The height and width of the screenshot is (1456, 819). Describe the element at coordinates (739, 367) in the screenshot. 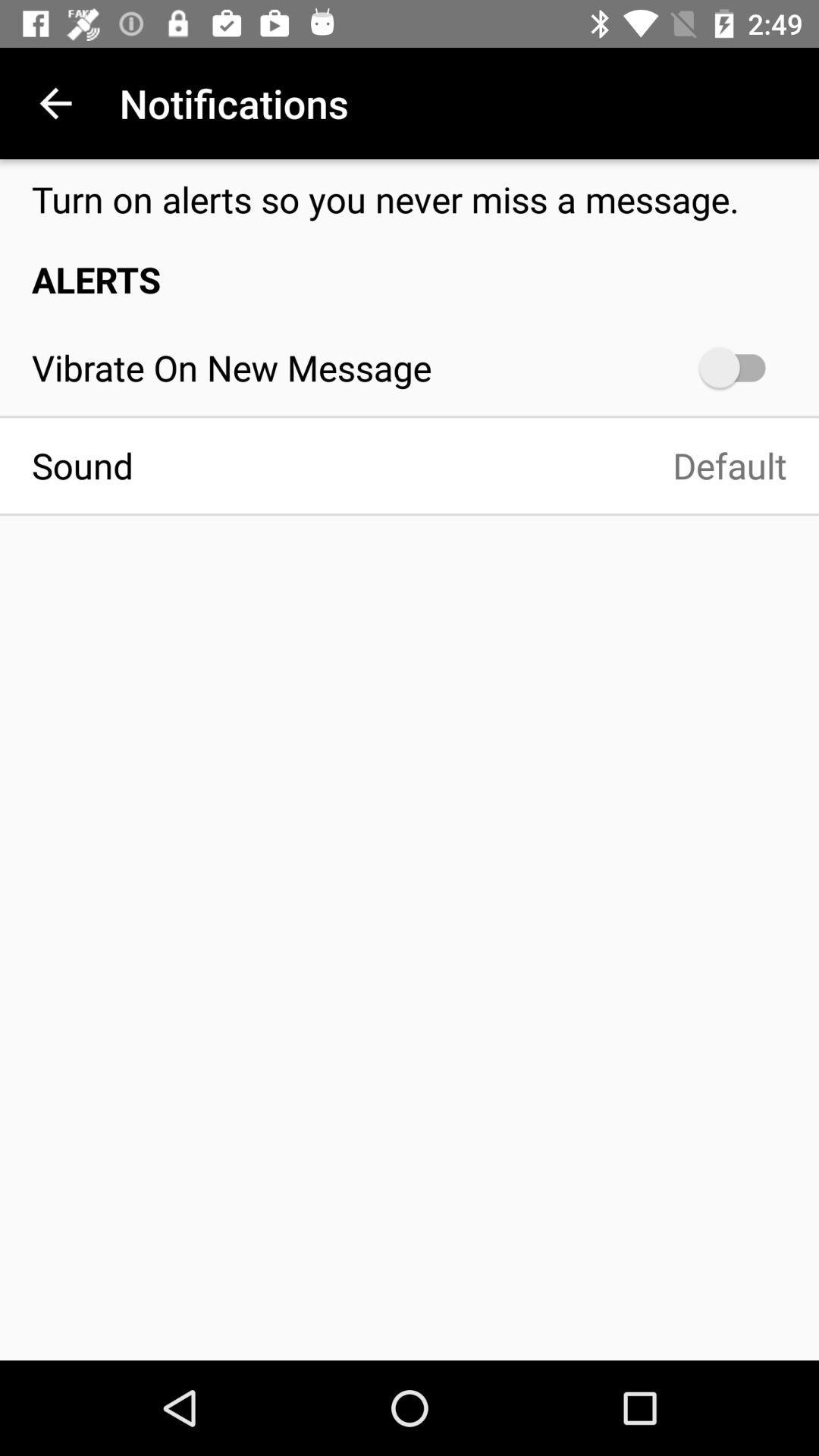

I see `the icon to the right of vibrate on new item` at that location.